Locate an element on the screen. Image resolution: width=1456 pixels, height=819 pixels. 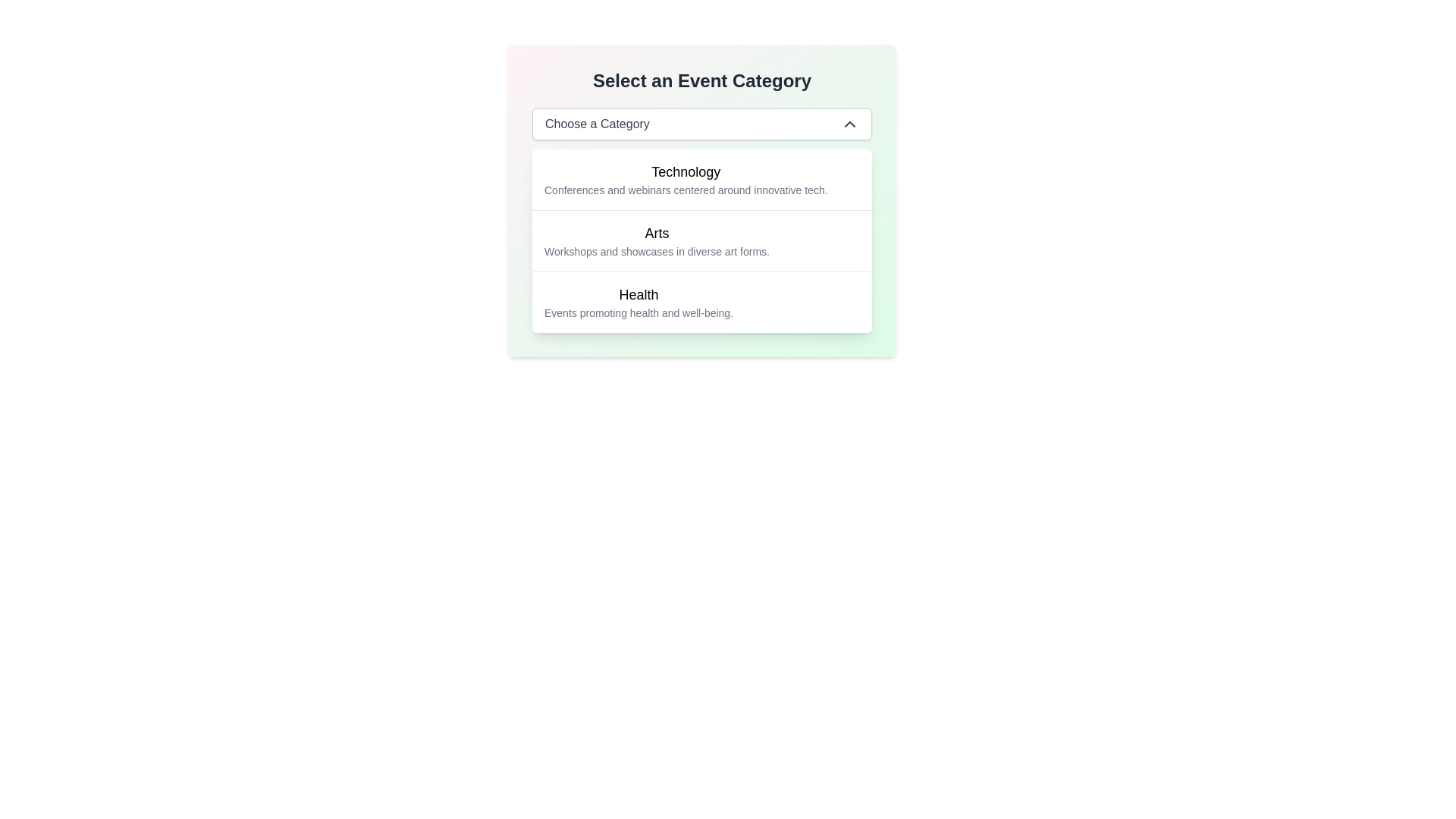
the text element styled in small gray font located directly beneath the header 'Technology' is located at coordinates (685, 189).